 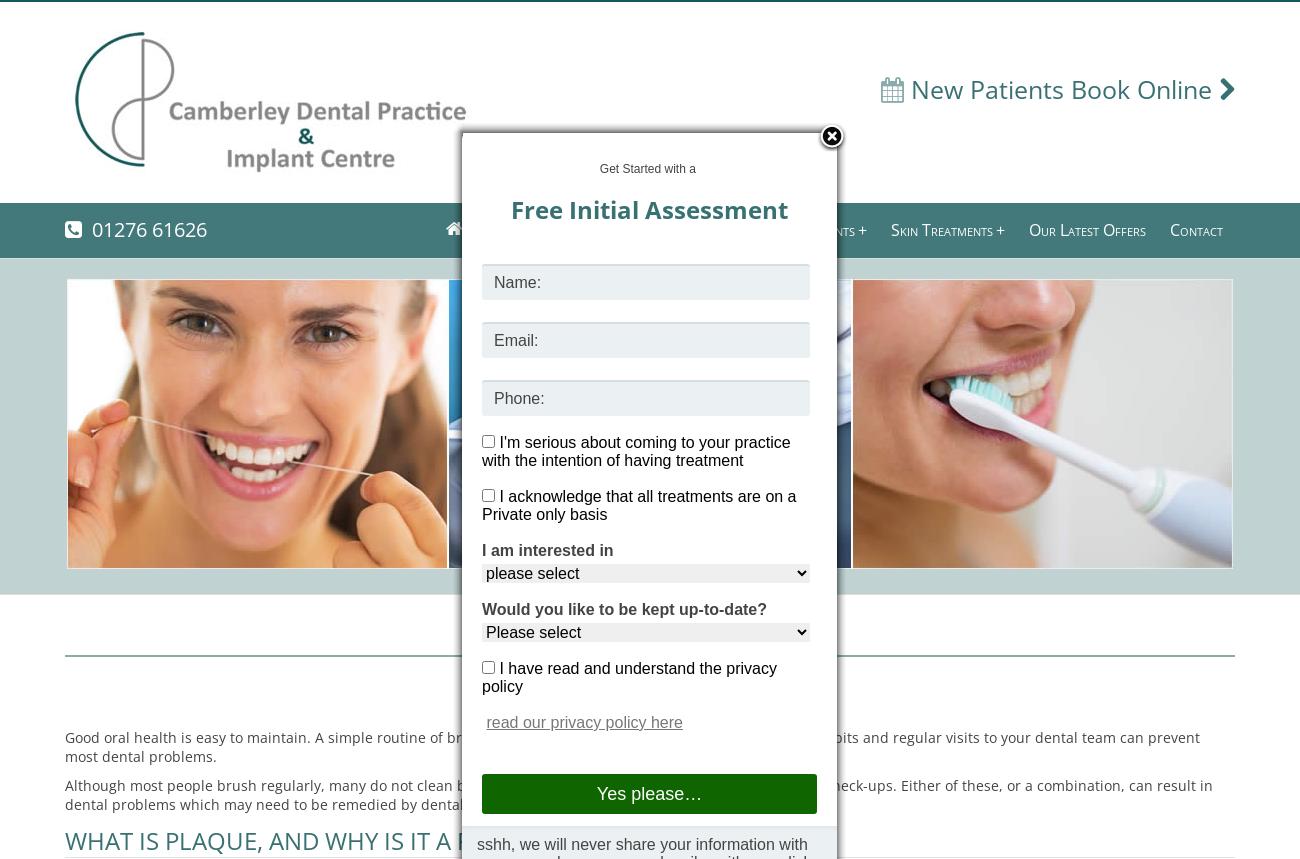 What do you see at coordinates (638, 793) in the screenshot?
I see `'Although most people brush regularly, many do not clean between   their teeth. Some people neglect their dental check-ups. Either of   these, or a combination, can result in dental problems which may need to   be remedied by dental professionals.'` at bounding box center [638, 793].